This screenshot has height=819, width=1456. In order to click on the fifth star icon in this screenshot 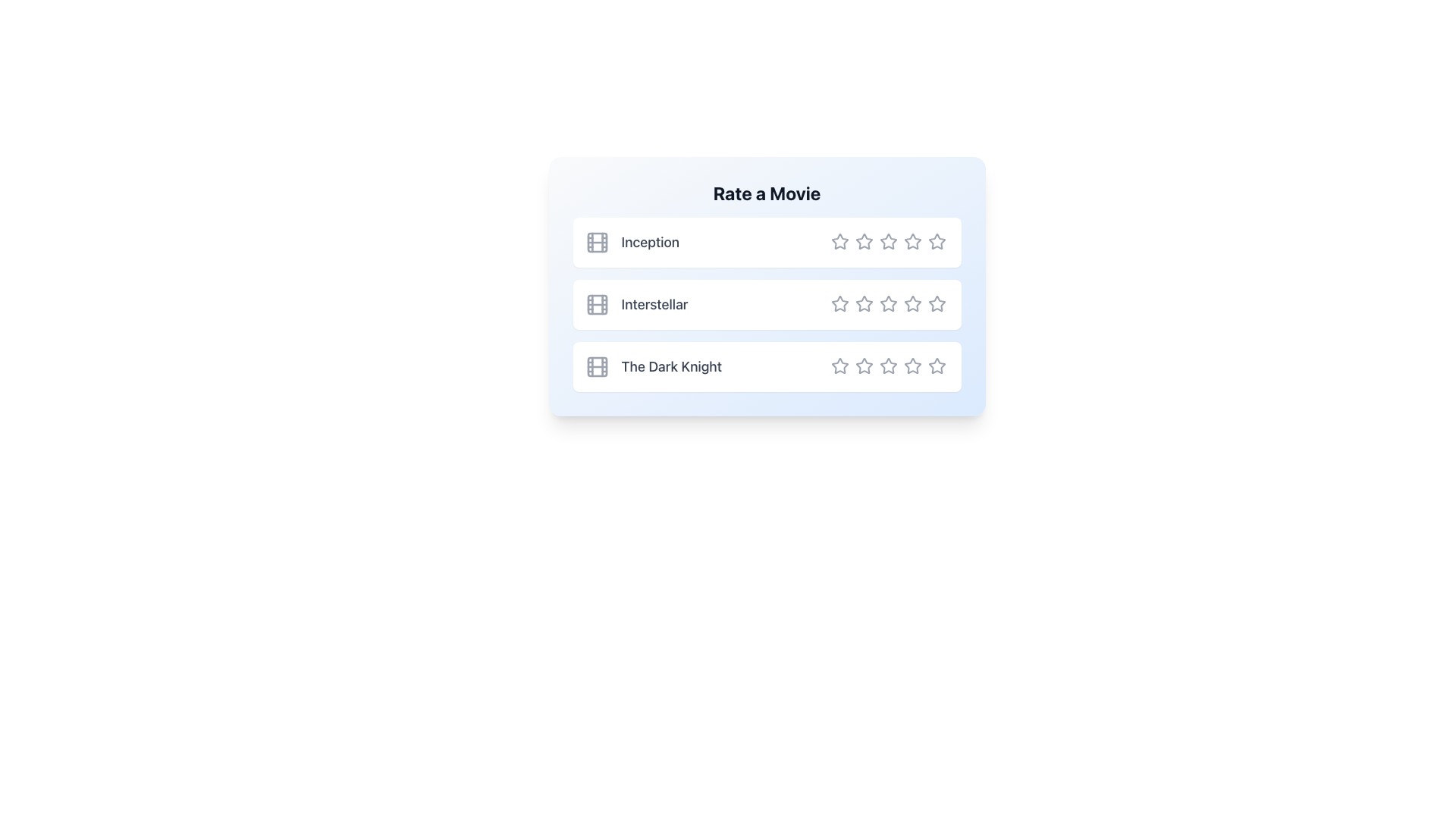, I will do `click(936, 304)`.